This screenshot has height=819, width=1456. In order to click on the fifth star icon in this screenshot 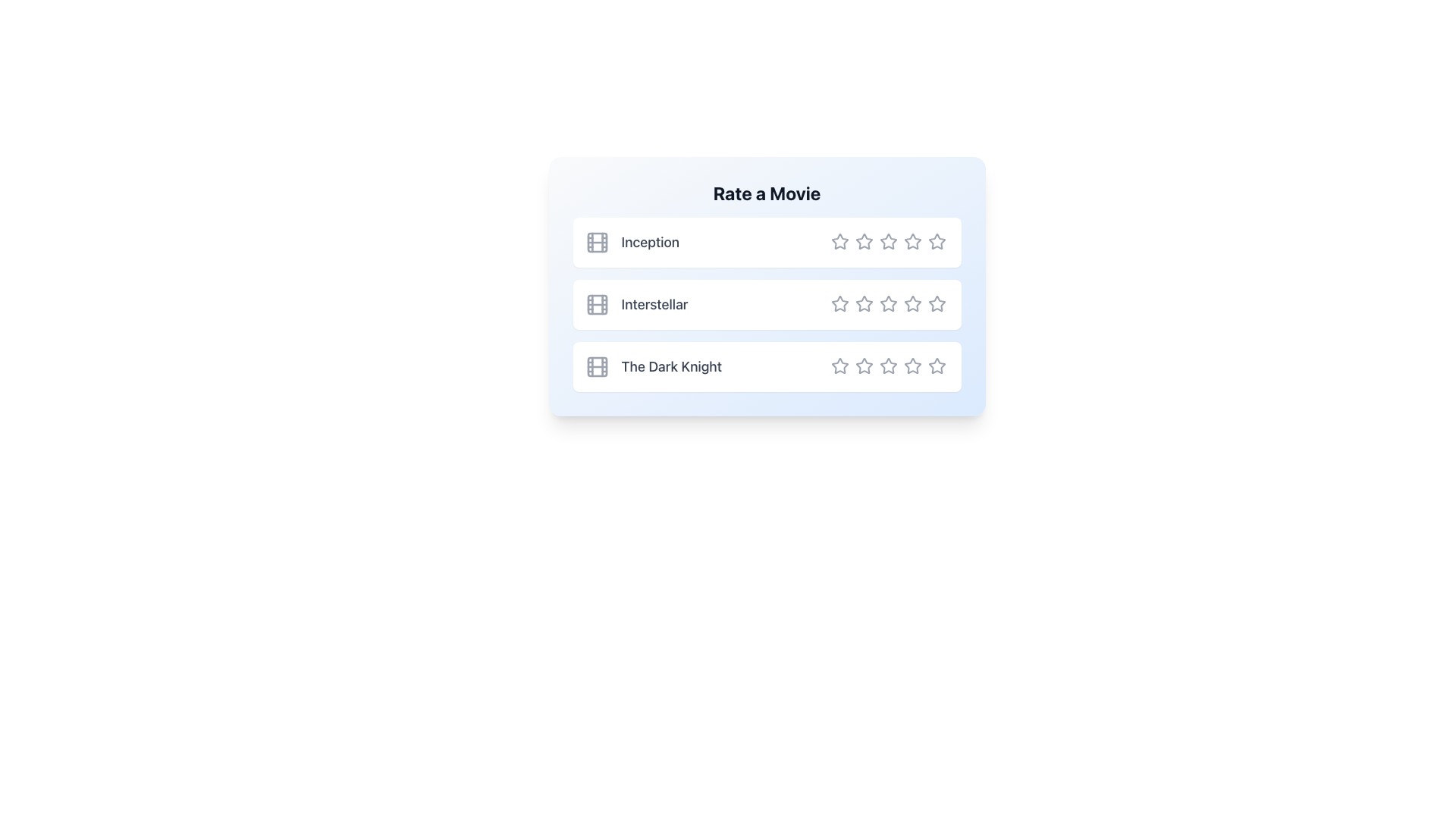, I will do `click(936, 304)`.